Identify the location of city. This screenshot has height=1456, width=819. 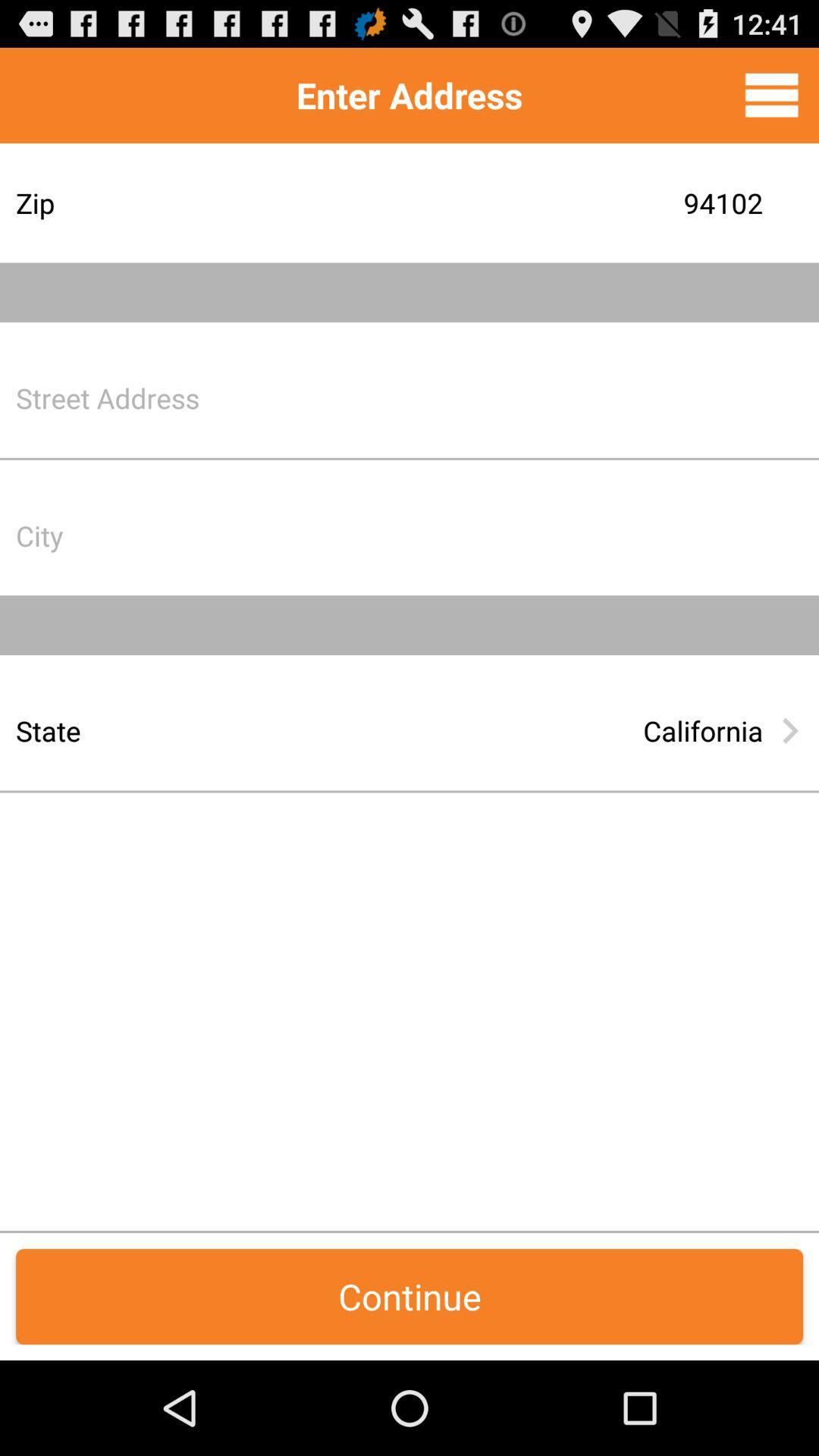
(526, 535).